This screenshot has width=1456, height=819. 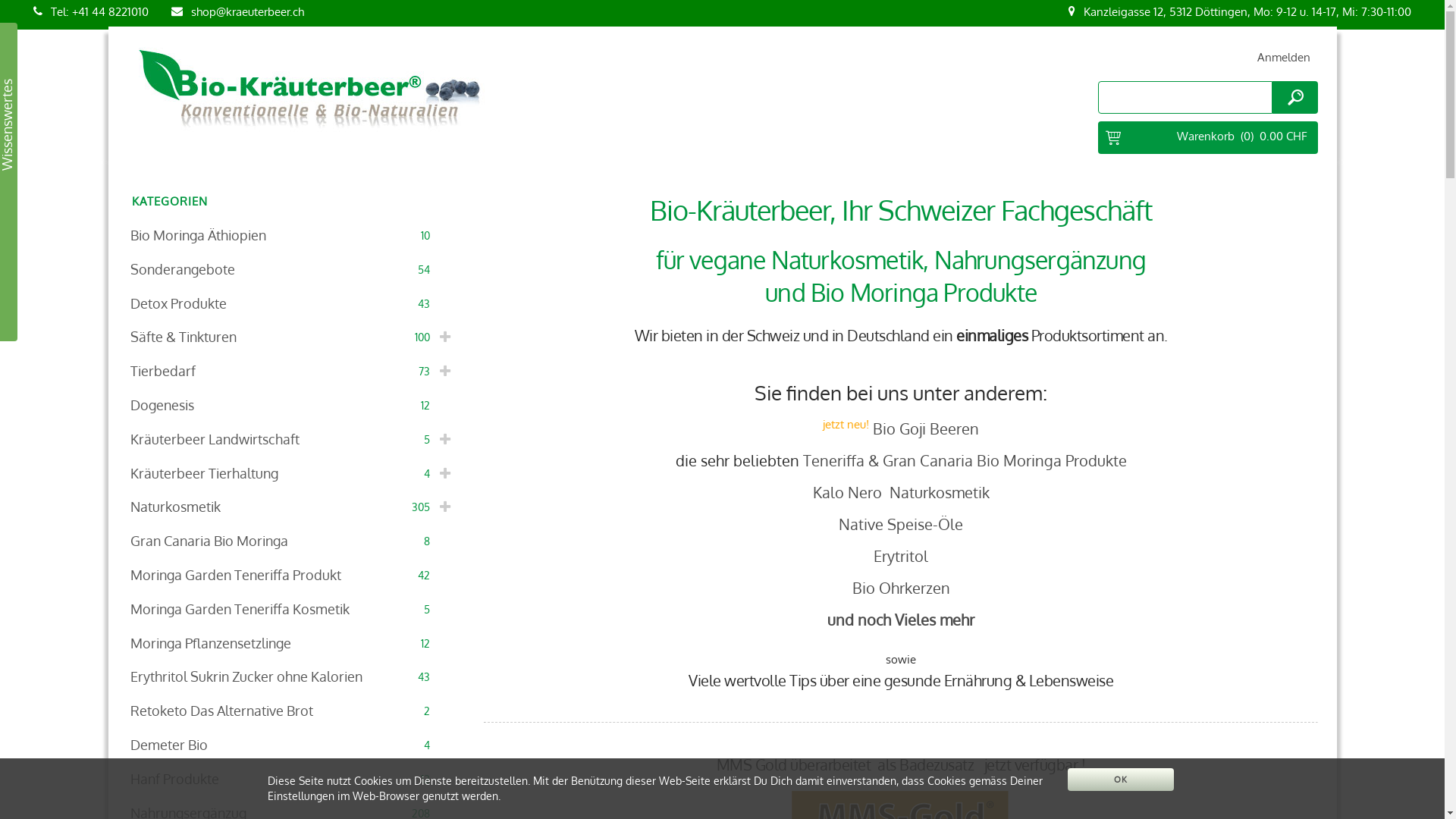 I want to click on 'Moringa Pflanzensetzlinge, so click(x=293, y=643).